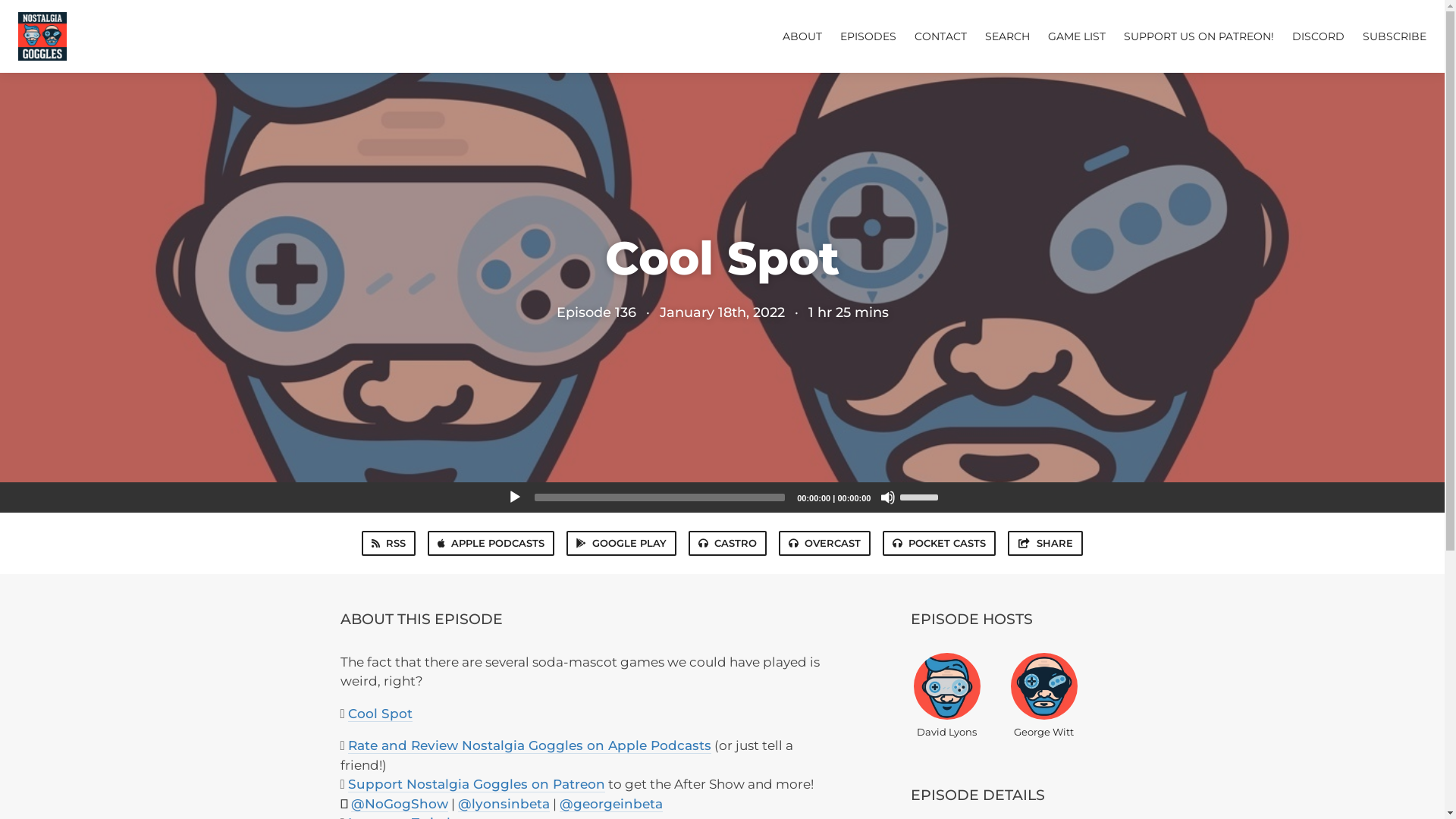 Image resolution: width=1456 pixels, height=819 pixels. I want to click on '@lyonsinbeta', so click(504, 803).